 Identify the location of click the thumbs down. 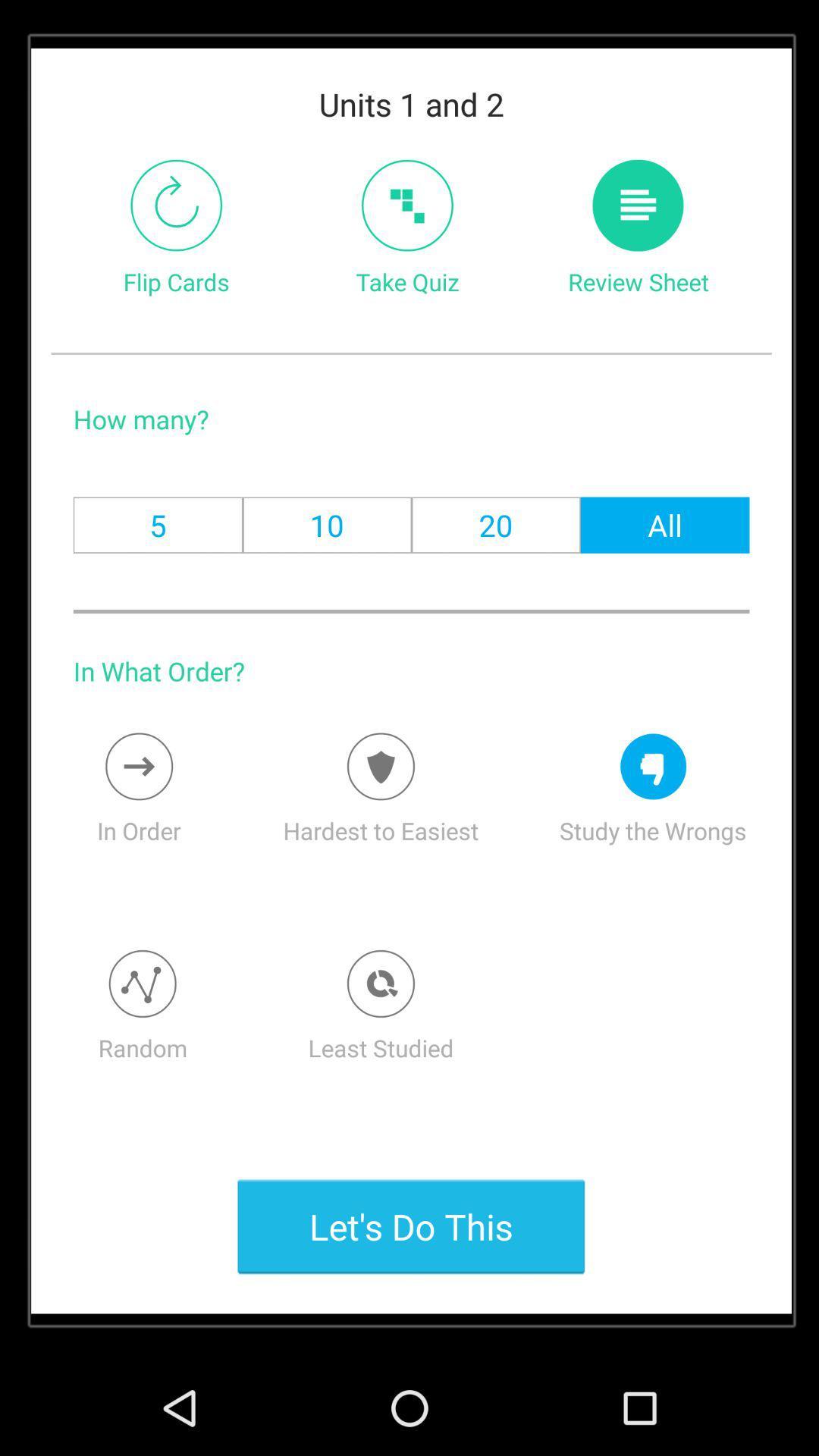
(652, 767).